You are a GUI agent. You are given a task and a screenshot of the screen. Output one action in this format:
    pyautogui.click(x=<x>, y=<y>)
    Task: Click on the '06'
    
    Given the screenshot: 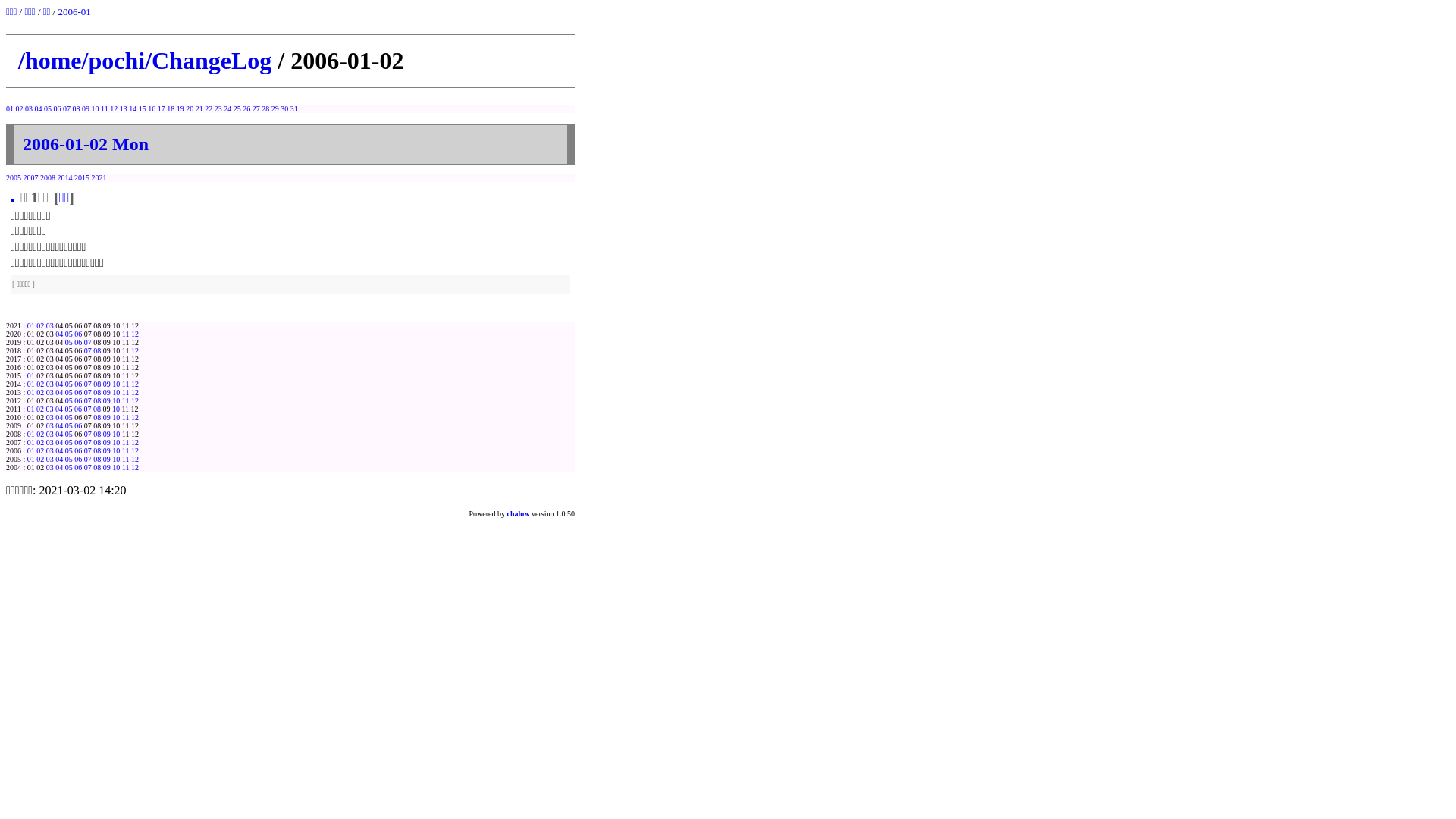 What is the action you would take?
    pyautogui.click(x=77, y=391)
    